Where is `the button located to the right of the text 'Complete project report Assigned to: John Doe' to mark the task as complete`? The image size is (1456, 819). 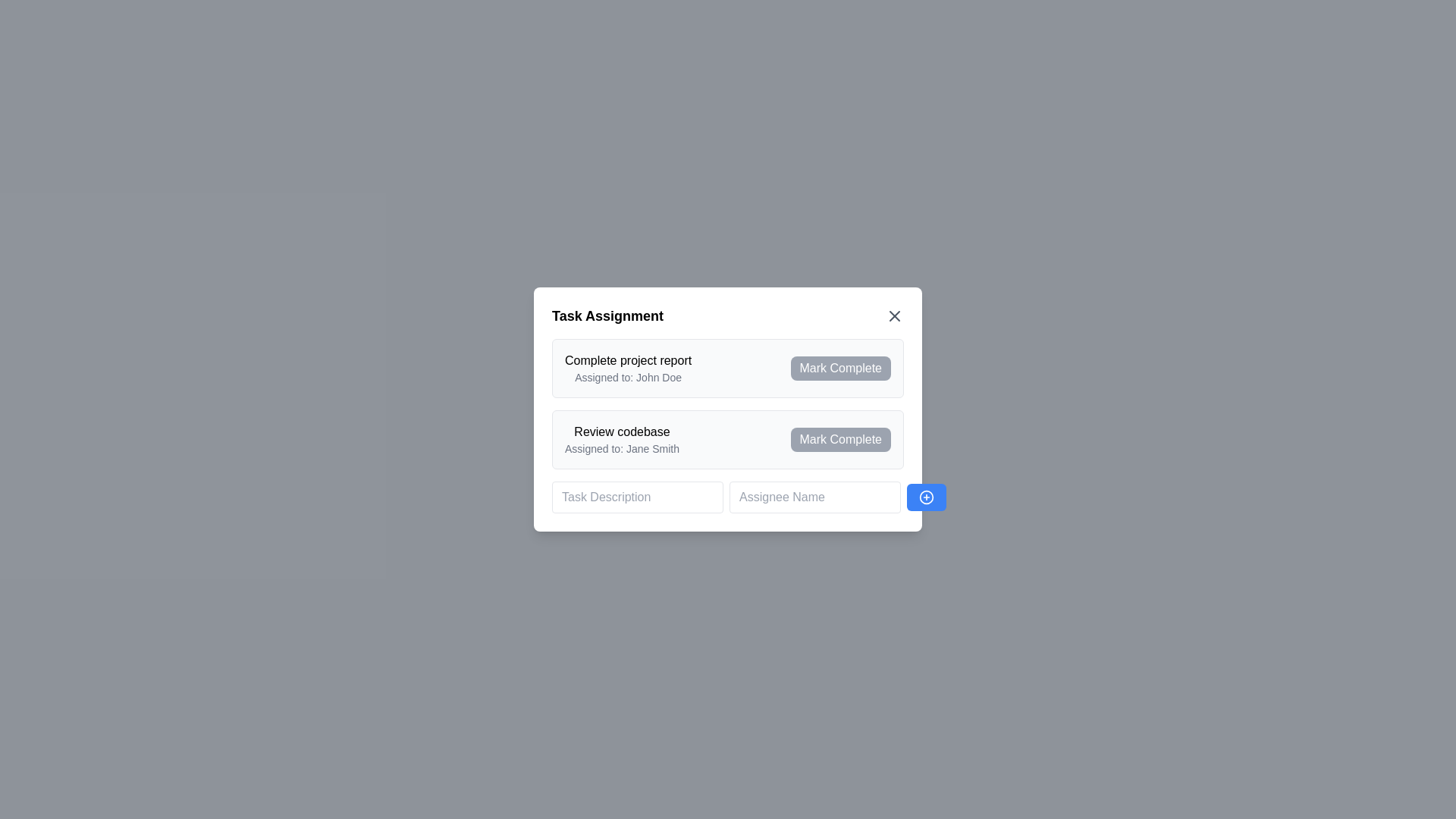
the button located to the right of the text 'Complete project report Assigned to: John Doe' to mark the task as complete is located at coordinates (839, 369).